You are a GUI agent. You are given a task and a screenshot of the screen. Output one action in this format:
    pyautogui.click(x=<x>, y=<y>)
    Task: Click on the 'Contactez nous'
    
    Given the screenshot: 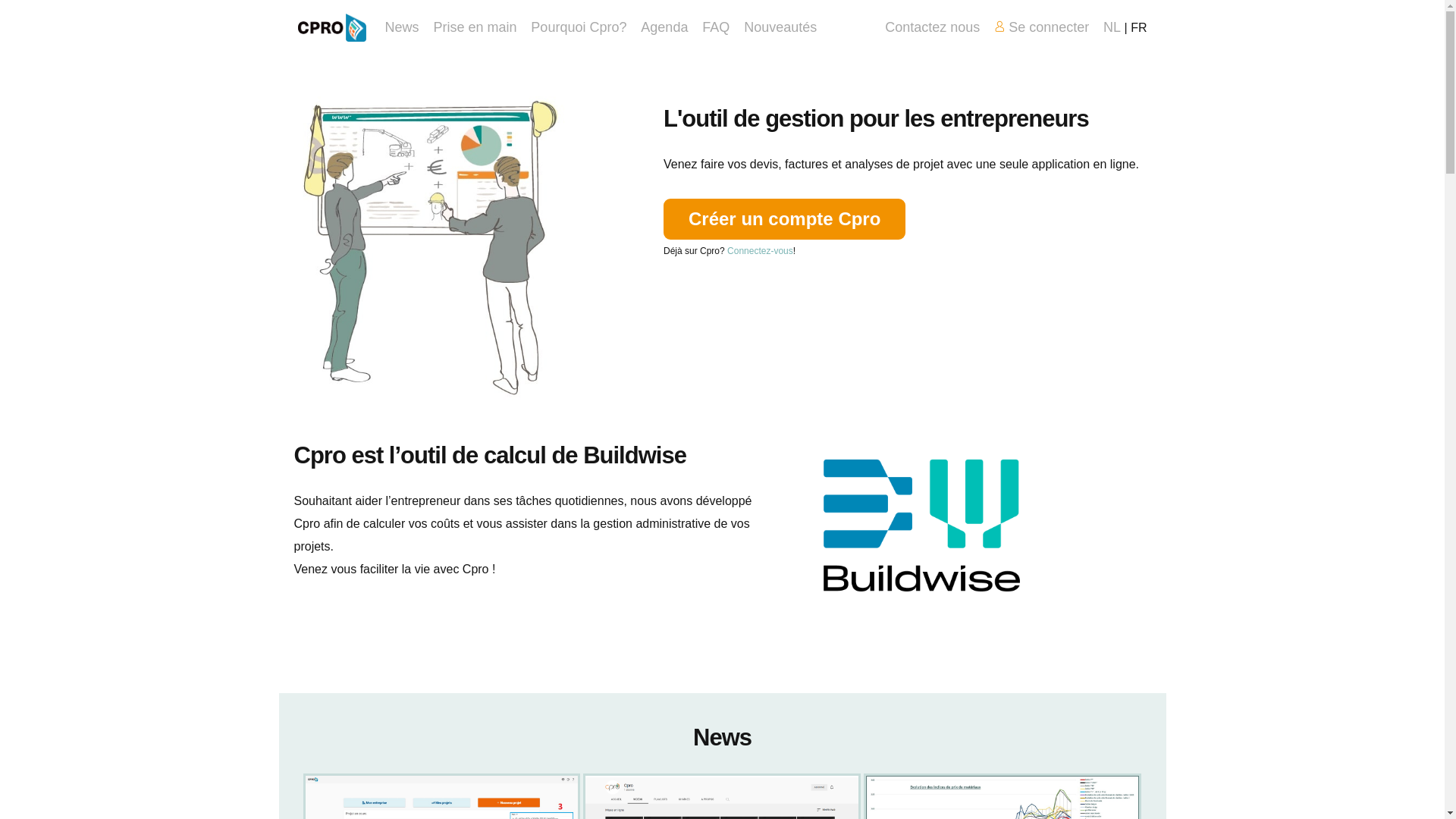 What is the action you would take?
    pyautogui.click(x=931, y=27)
    